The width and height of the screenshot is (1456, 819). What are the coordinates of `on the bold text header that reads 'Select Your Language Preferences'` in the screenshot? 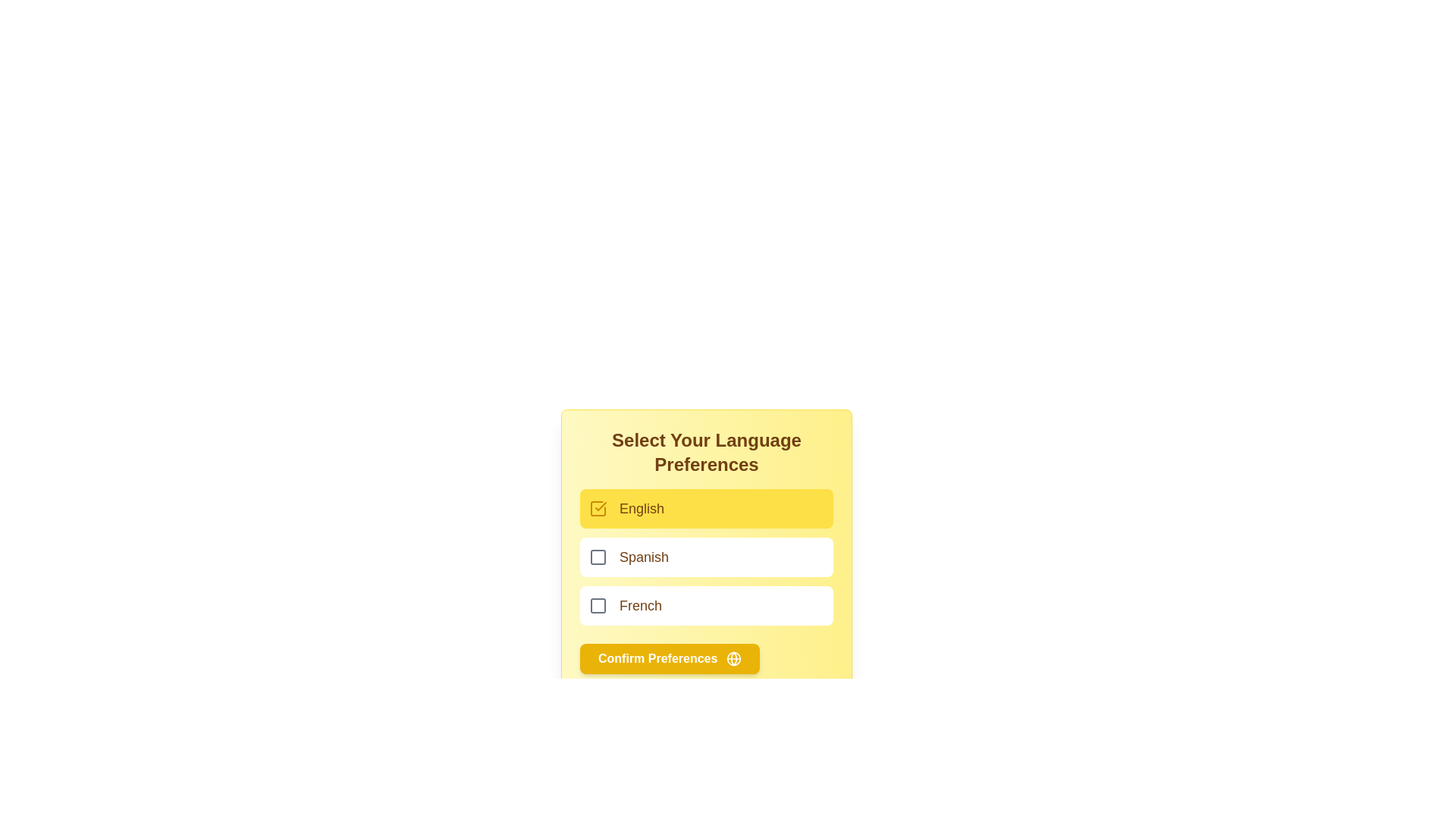 It's located at (705, 452).